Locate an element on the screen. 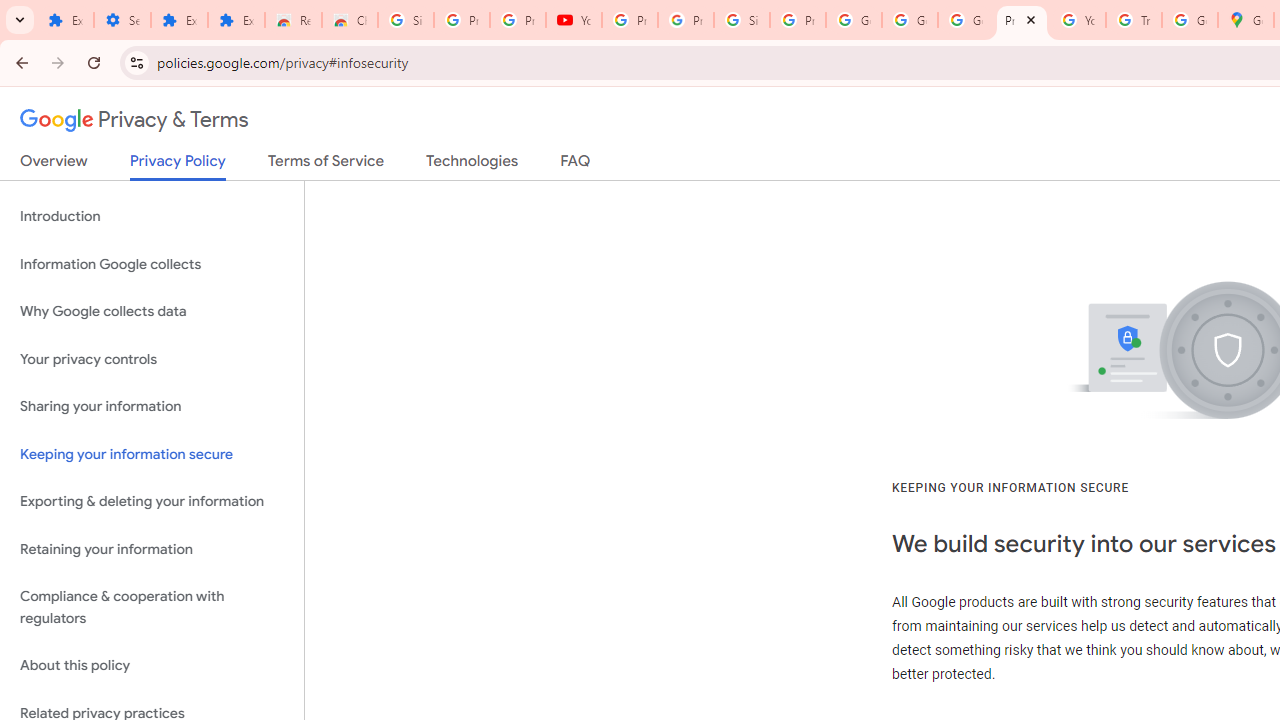 The height and width of the screenshot is (720, 1280). 'Retaining your information' is located at coordinates (151, 549).